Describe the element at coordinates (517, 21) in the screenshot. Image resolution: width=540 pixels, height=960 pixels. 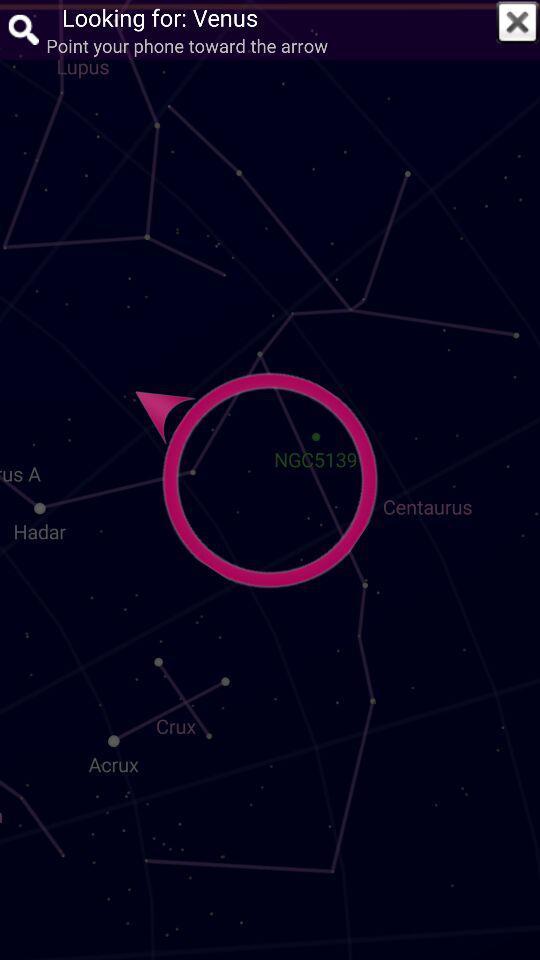
I see `the close icon` at that location.